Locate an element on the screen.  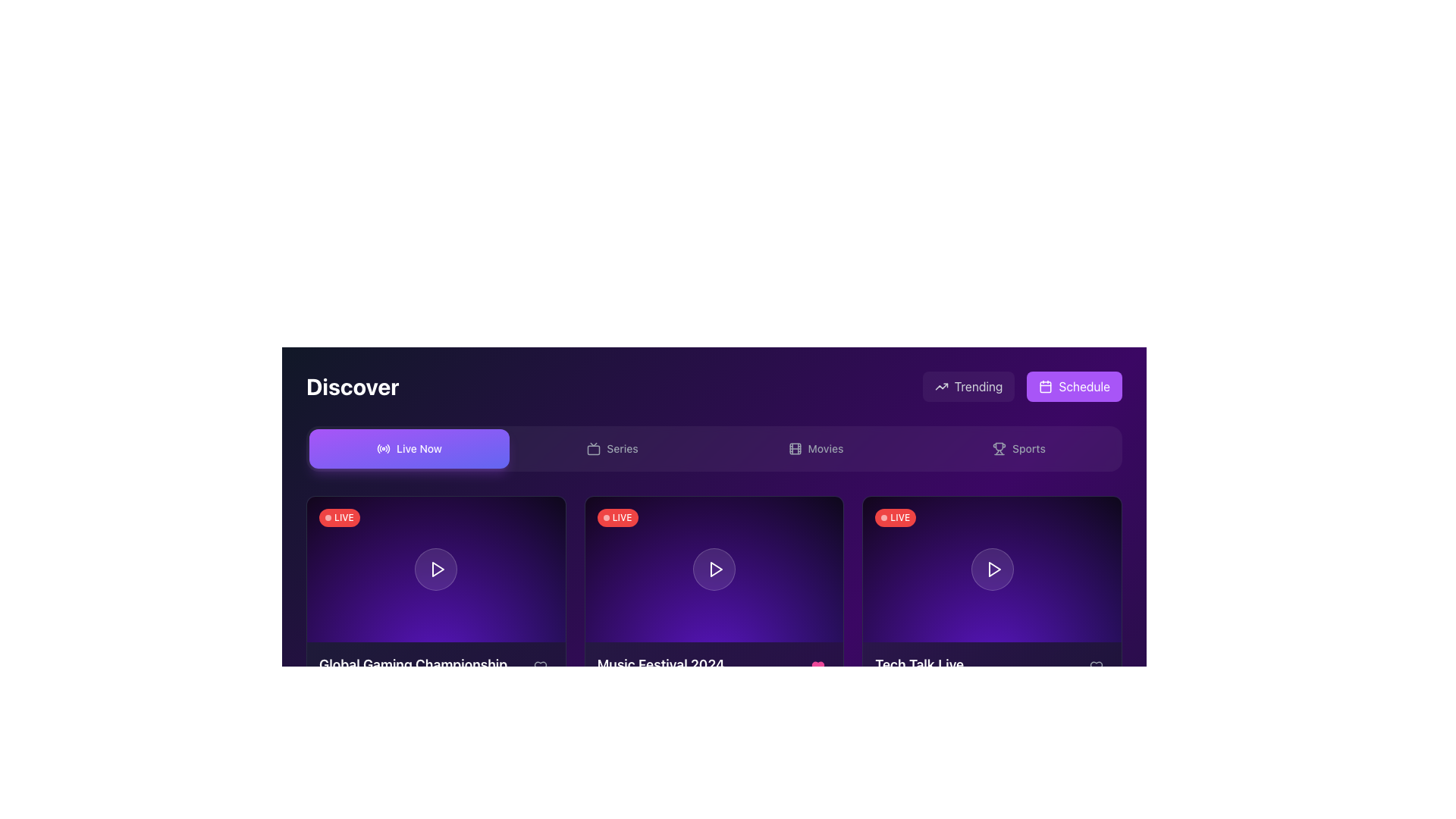
the second card's title text label in the 'Discover' section, which provides information about the content of the related card is located at coordinates (661, 664).